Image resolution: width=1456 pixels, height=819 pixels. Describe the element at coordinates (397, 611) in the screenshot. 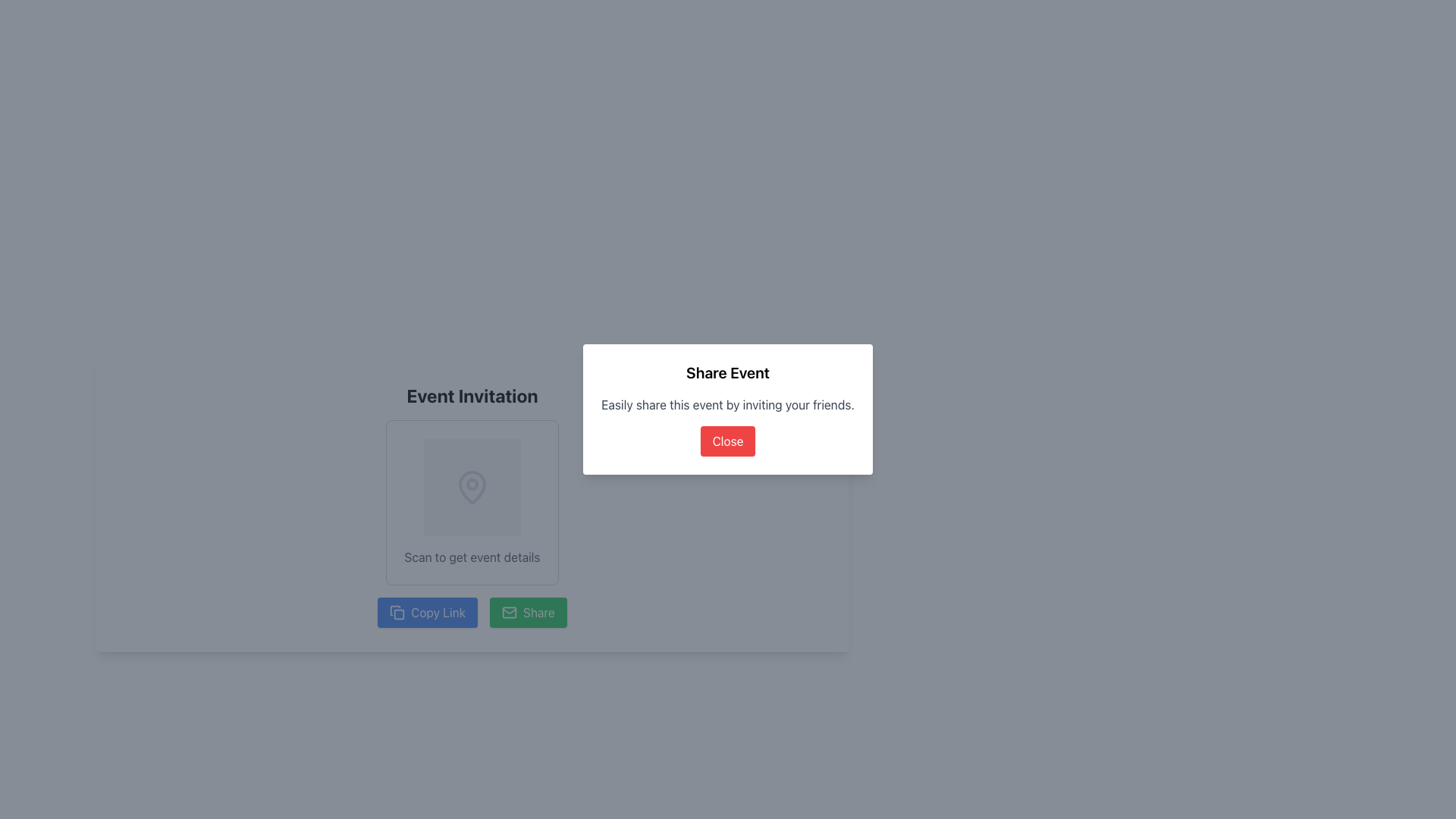

I see `the ornamental icon located to the left of the 'Copy Link' button at the bottom center of the left card in the interface` at that location.